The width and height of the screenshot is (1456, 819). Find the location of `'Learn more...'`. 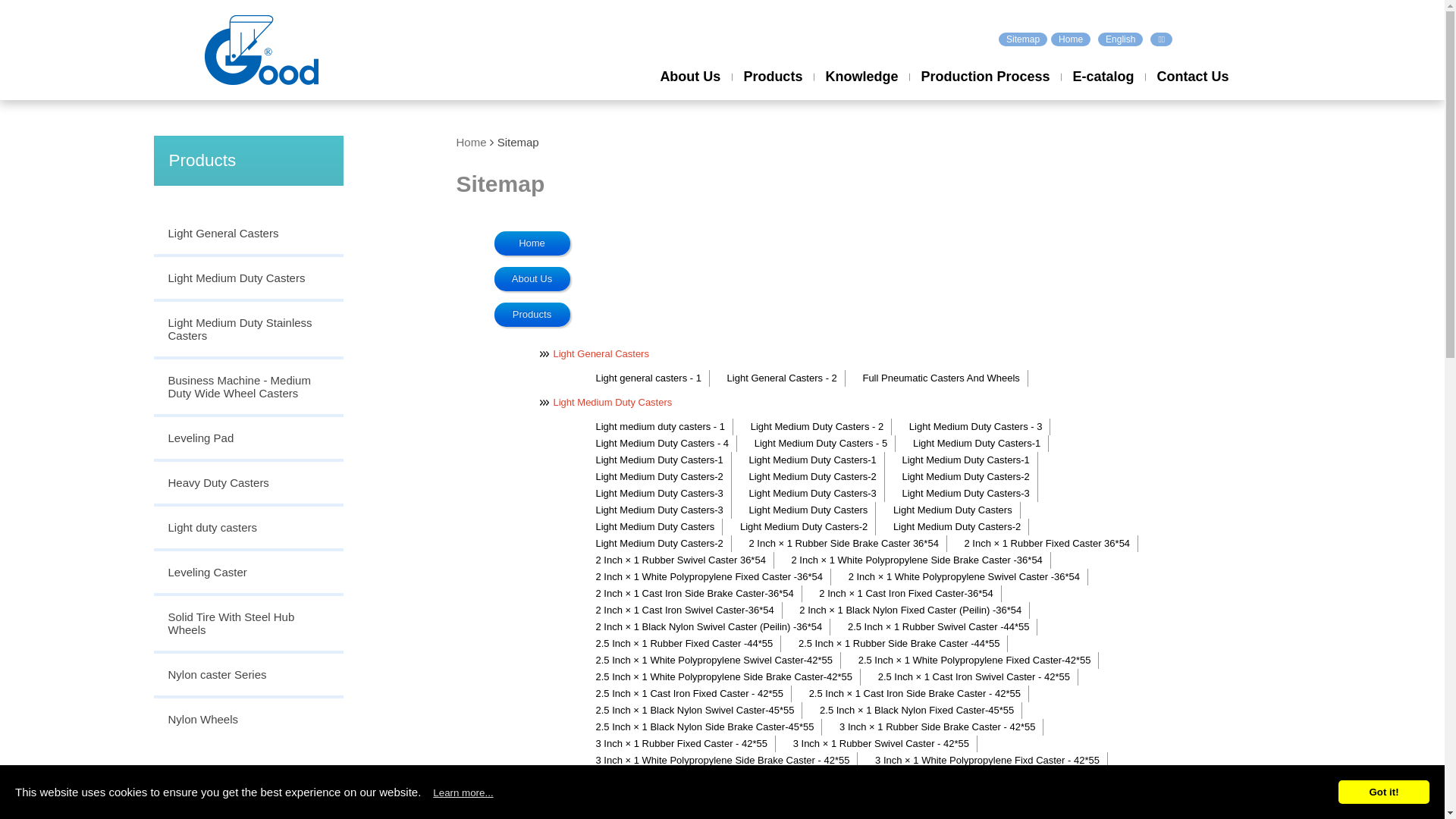

'Learn more...' is located at coordinates (462, 791).